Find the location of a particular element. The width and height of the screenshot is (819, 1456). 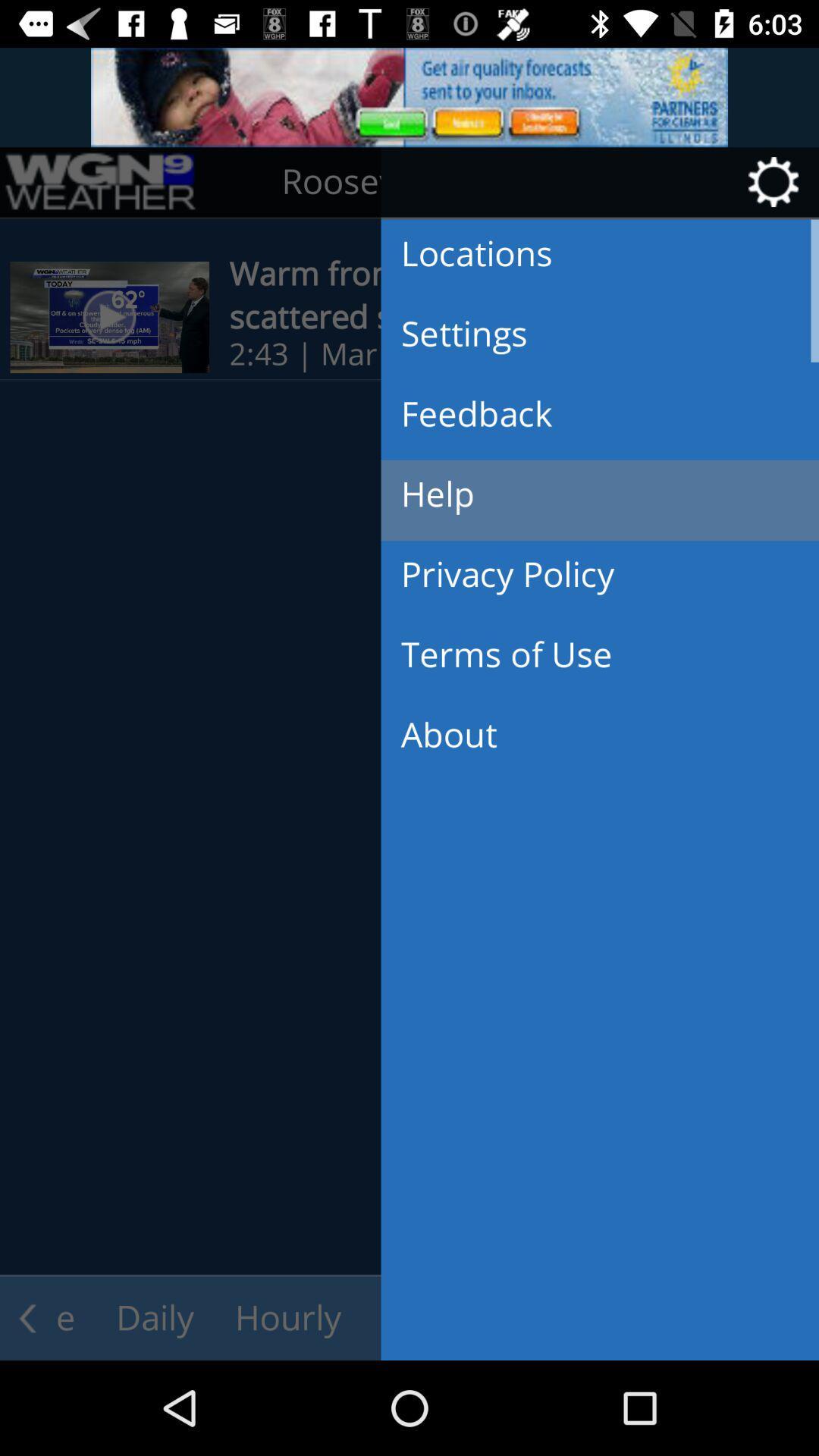

the arrow_backward icon is located at coordinates (27, 1317).